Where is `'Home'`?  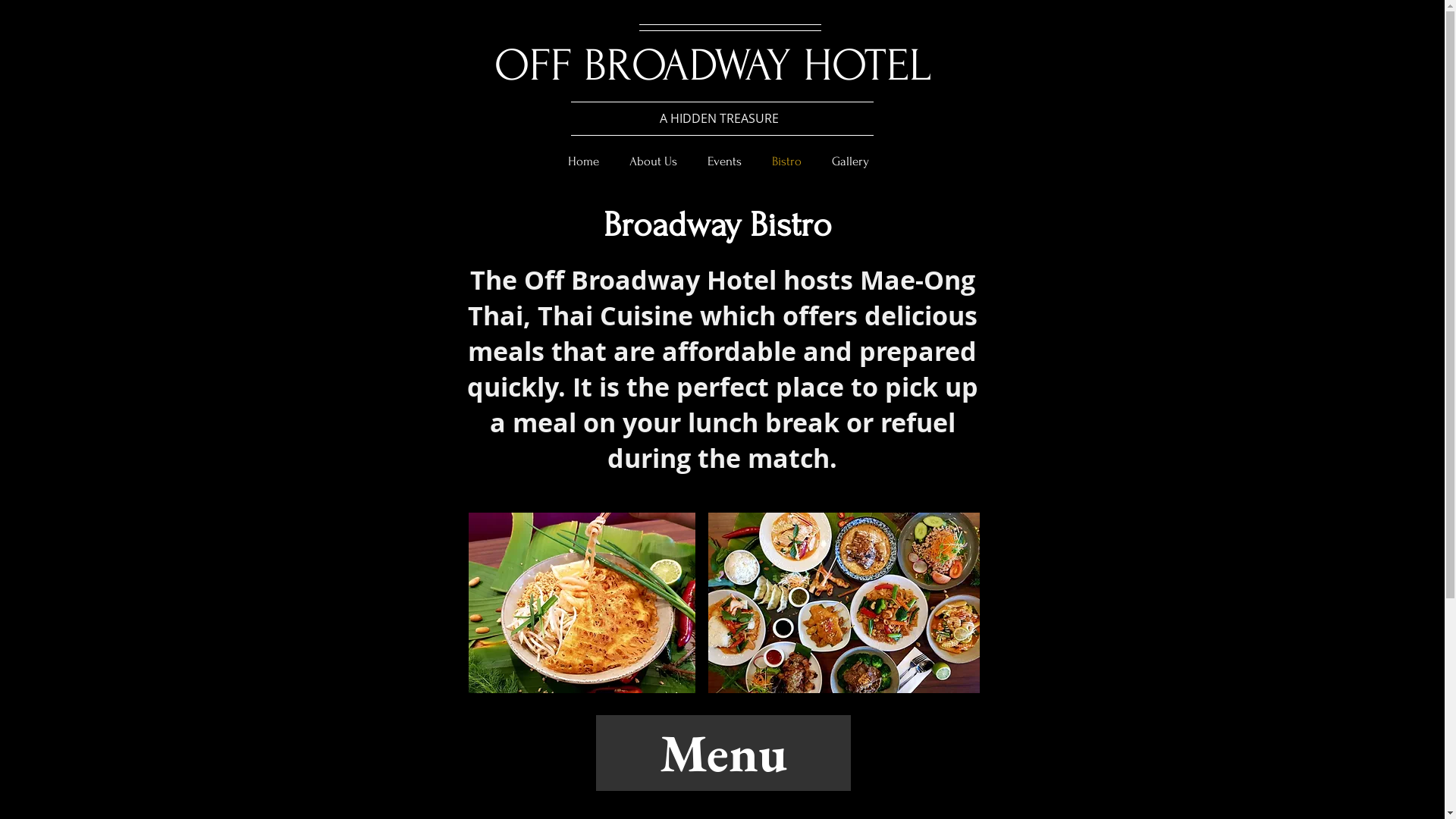
'Home' is located at coordinates (582, 161).